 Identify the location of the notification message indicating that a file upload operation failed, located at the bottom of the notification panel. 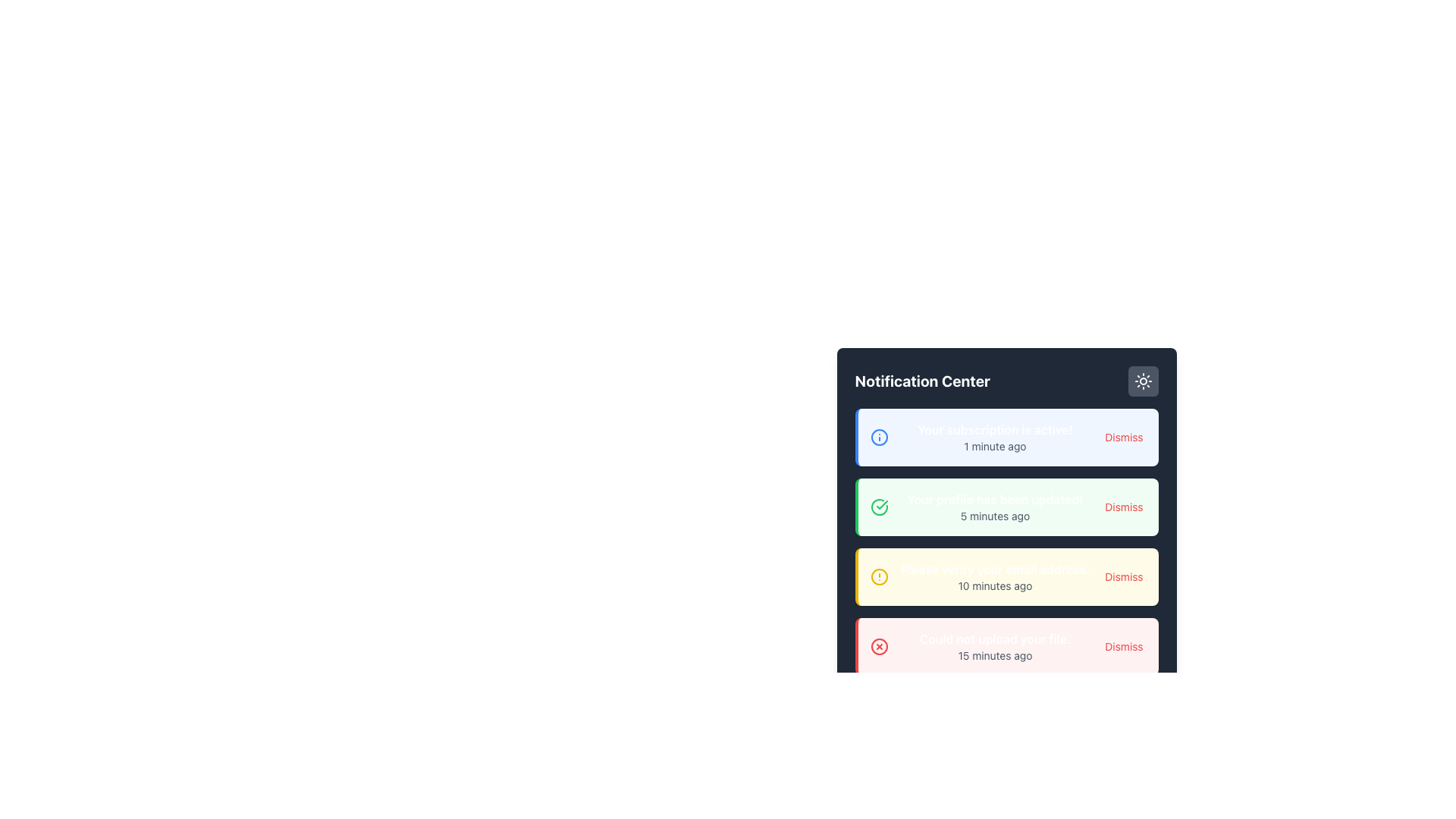
(995, 639).